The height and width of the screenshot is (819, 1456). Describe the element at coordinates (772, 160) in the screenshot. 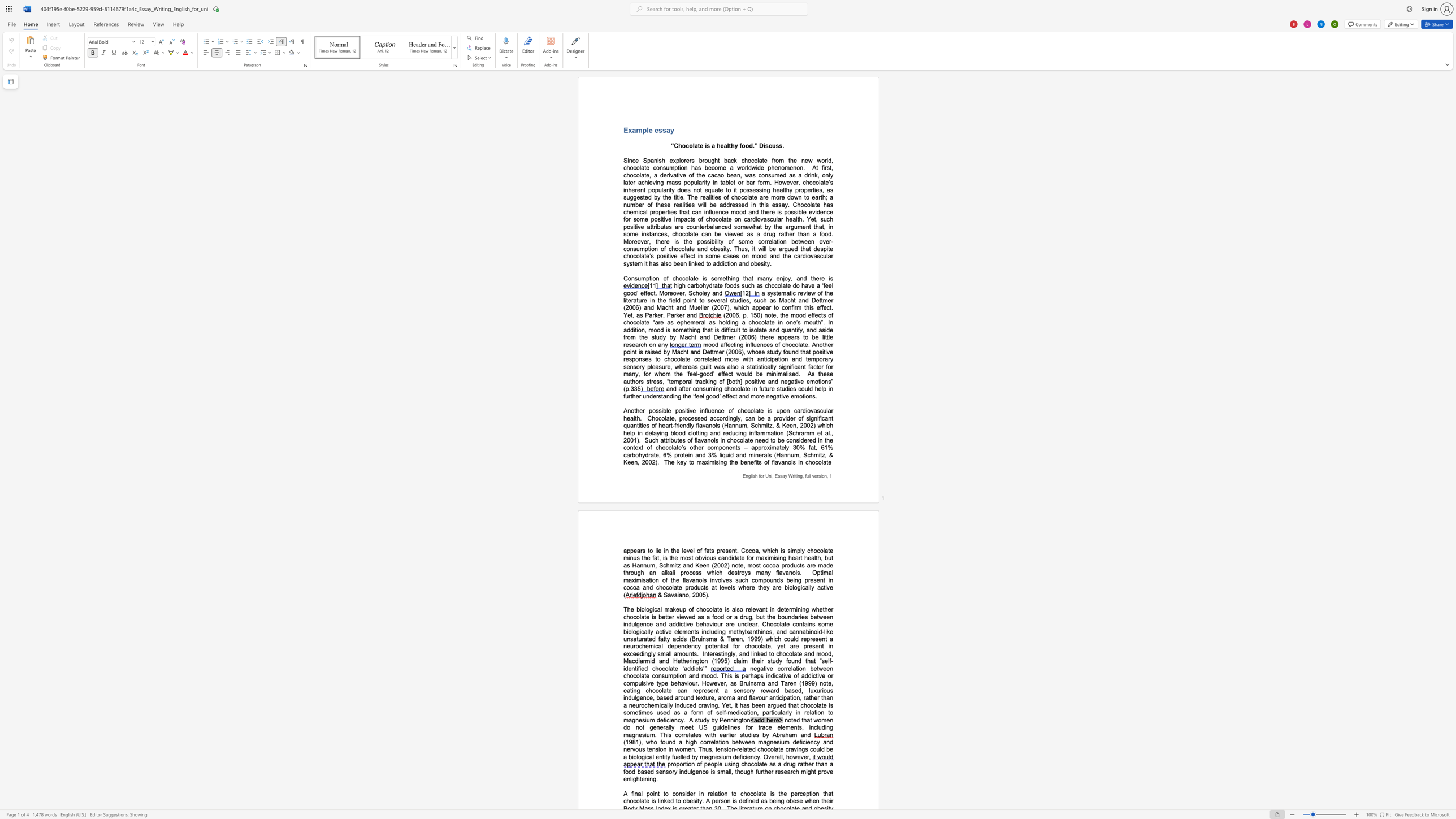

I see `the 1th character "f" in the text` at that location.